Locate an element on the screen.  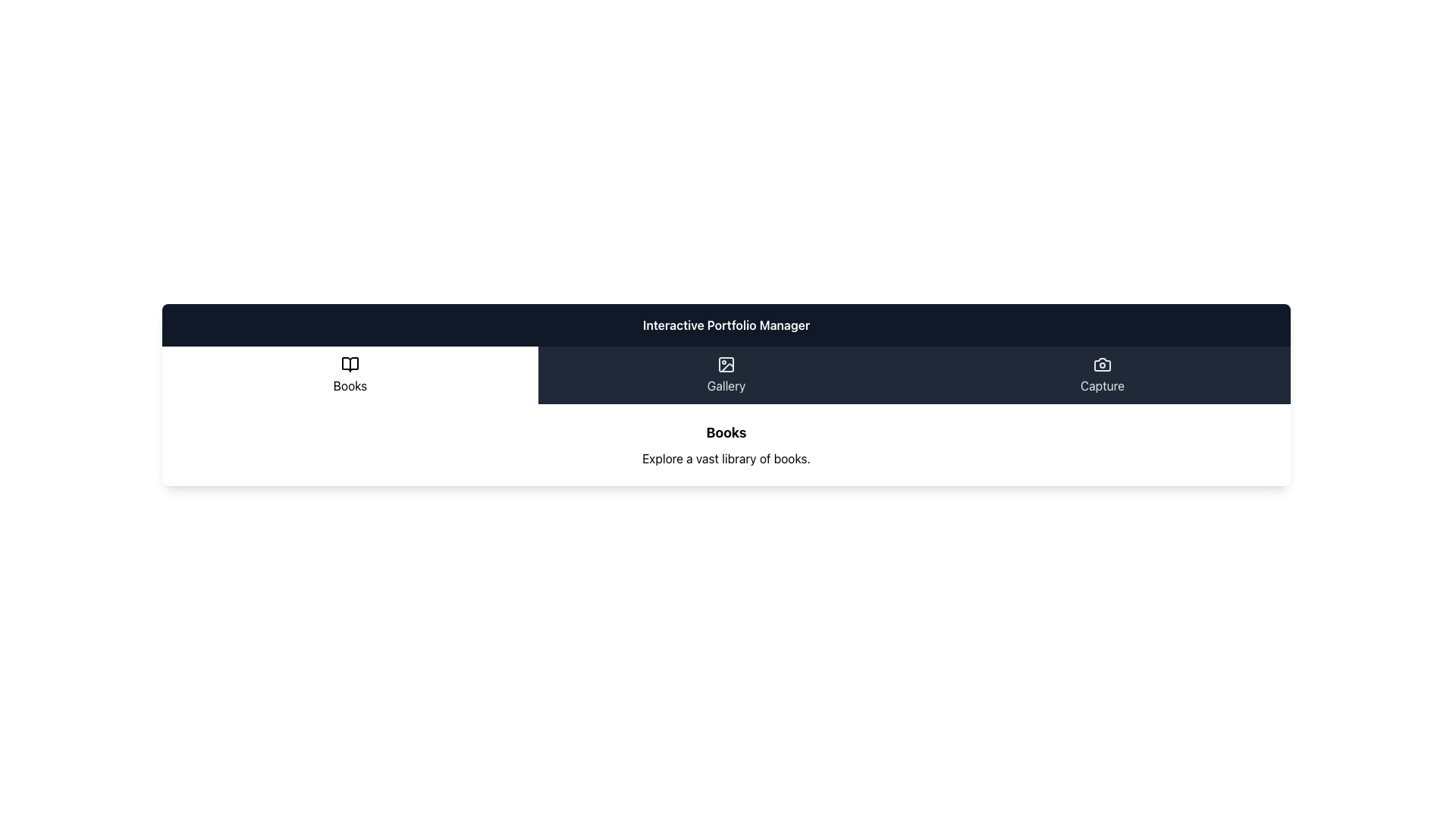
the Text Label that serves as the header or title for the section, positioned above the options (Books, Gallery, Capture) is located at coordinates (726, 324).